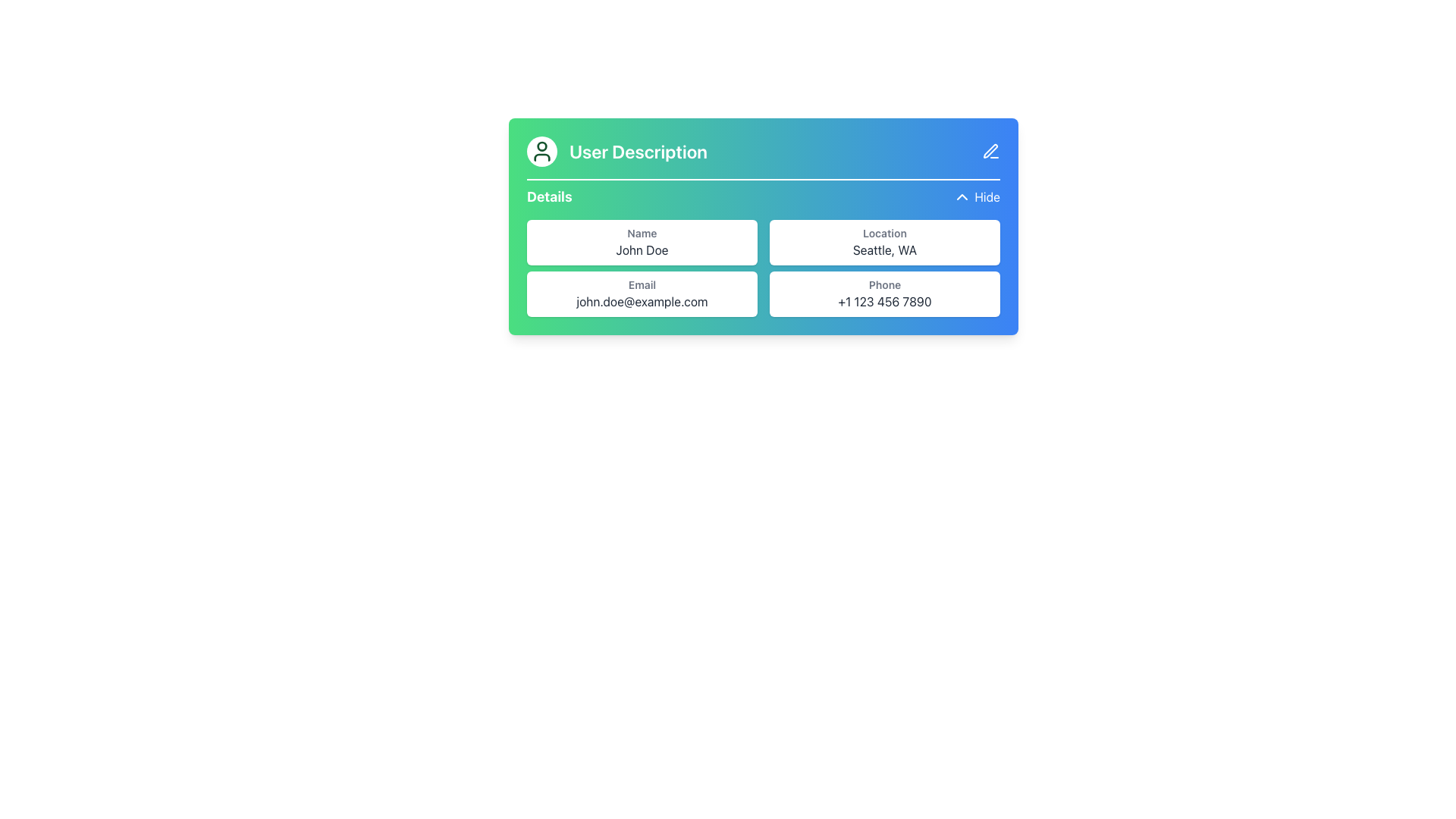  Describe the element at coordinates (990, 151) in the screenshot. I see `the editing icon located in the top-right corner of the colored panel` at that location.